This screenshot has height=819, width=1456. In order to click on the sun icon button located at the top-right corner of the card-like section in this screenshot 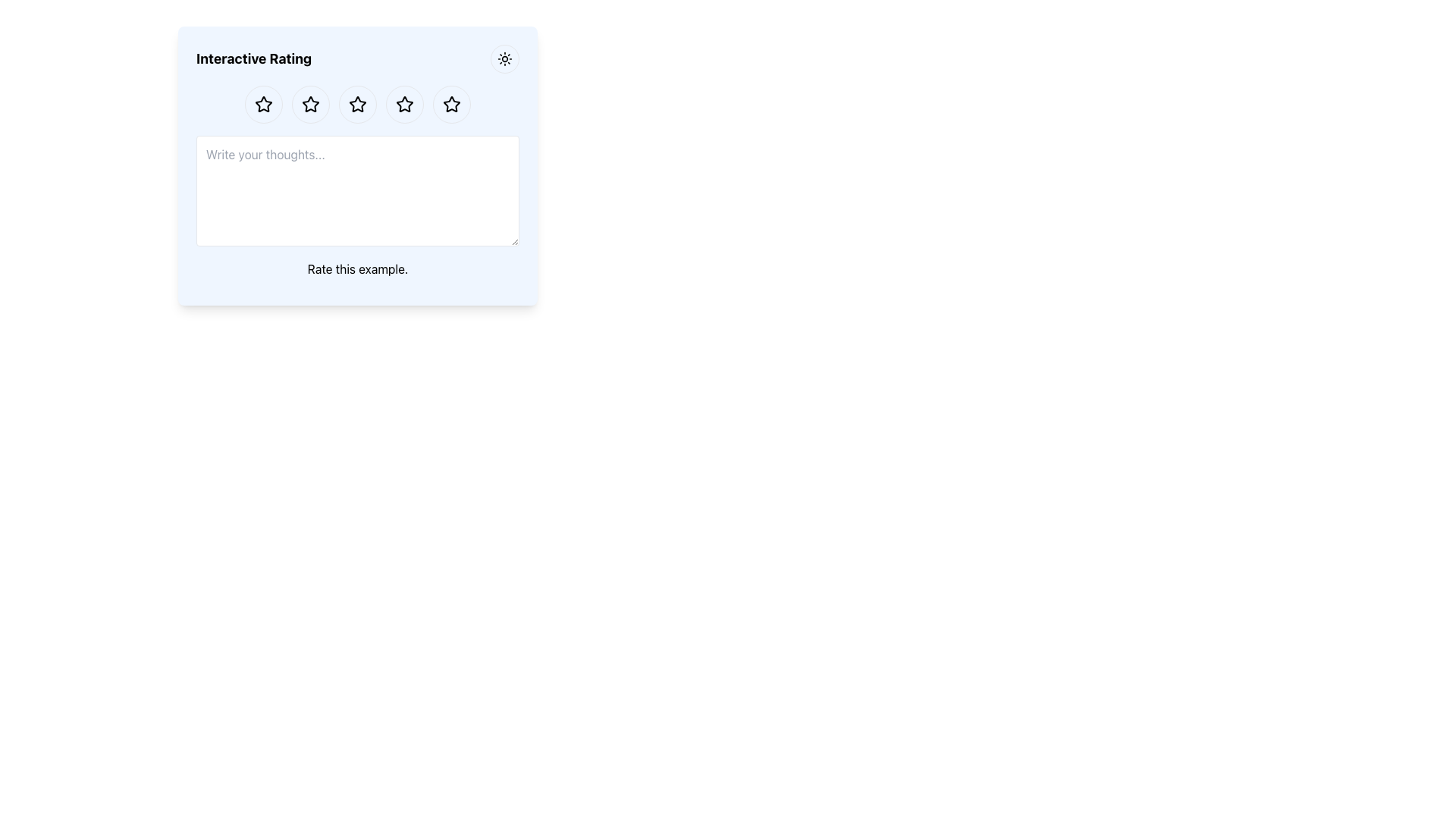, I will do `click(505, 58)`.